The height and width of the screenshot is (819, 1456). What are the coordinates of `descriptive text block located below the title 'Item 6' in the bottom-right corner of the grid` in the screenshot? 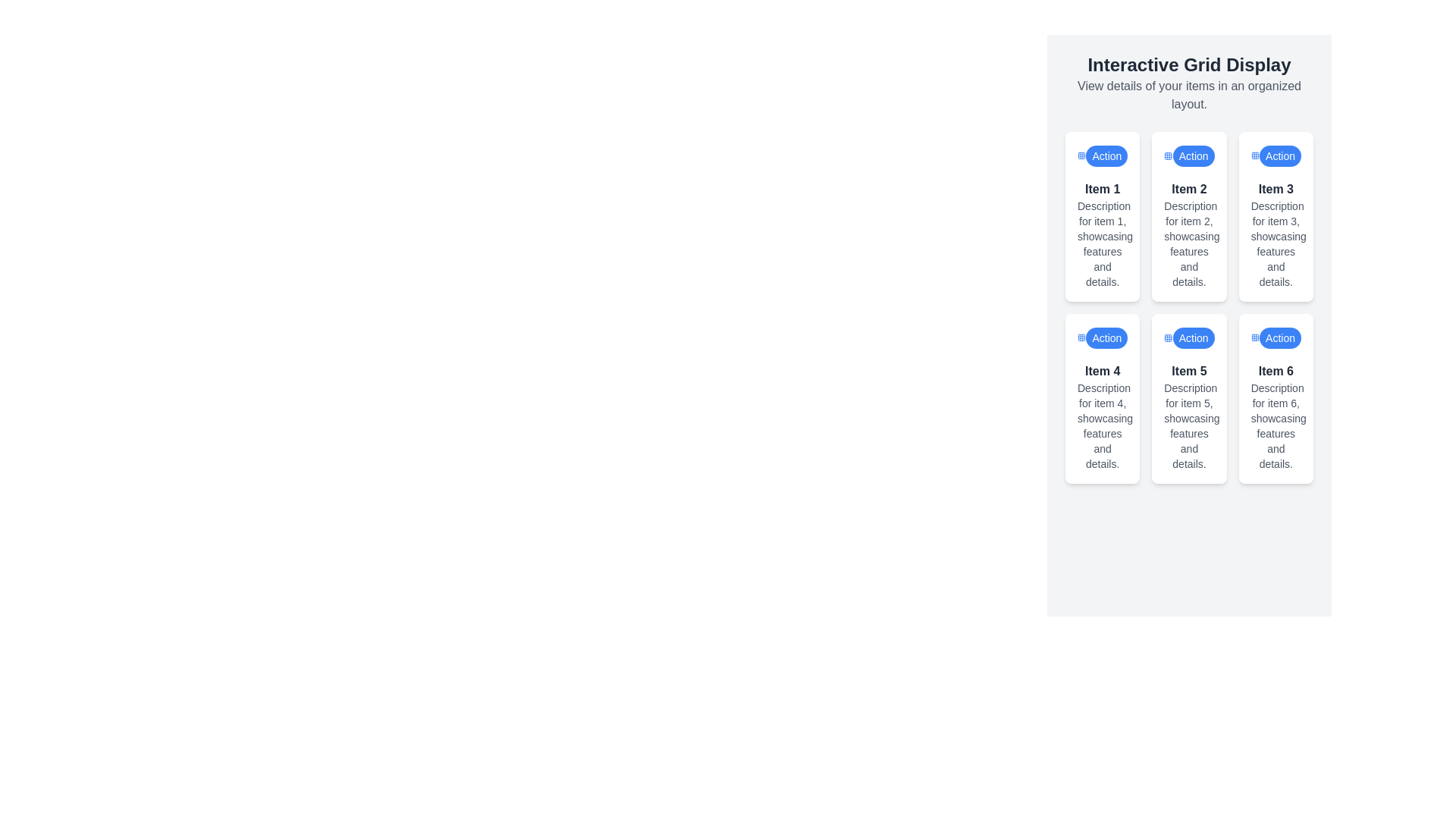 It's located at (1275, 426).